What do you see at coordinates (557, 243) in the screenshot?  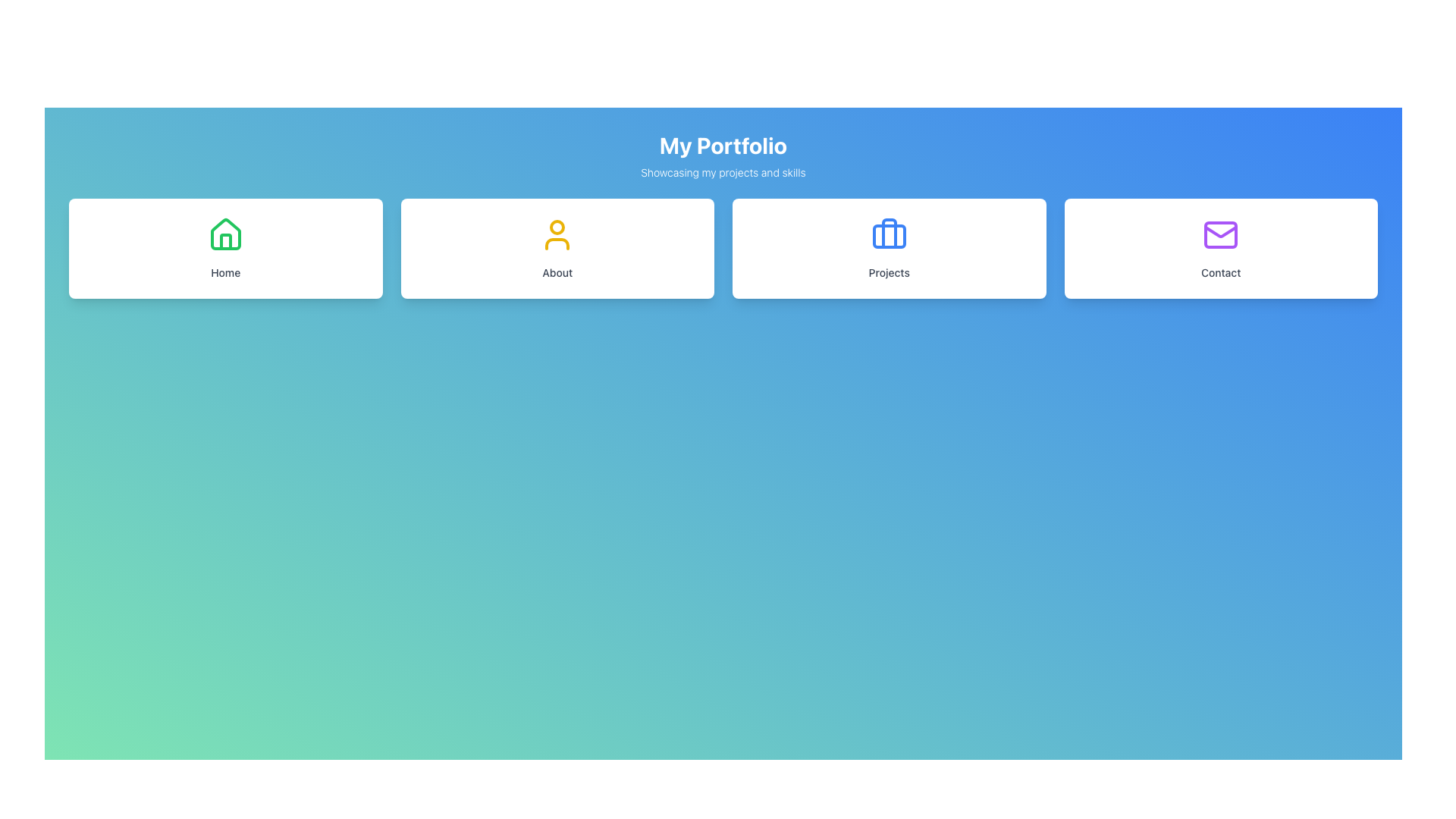 I see `the static SVG graphical element located in the lower section of the 'About' card, which is the second card in the row of four under the 'My Portfolio' header` at bounding box center [557, 243].